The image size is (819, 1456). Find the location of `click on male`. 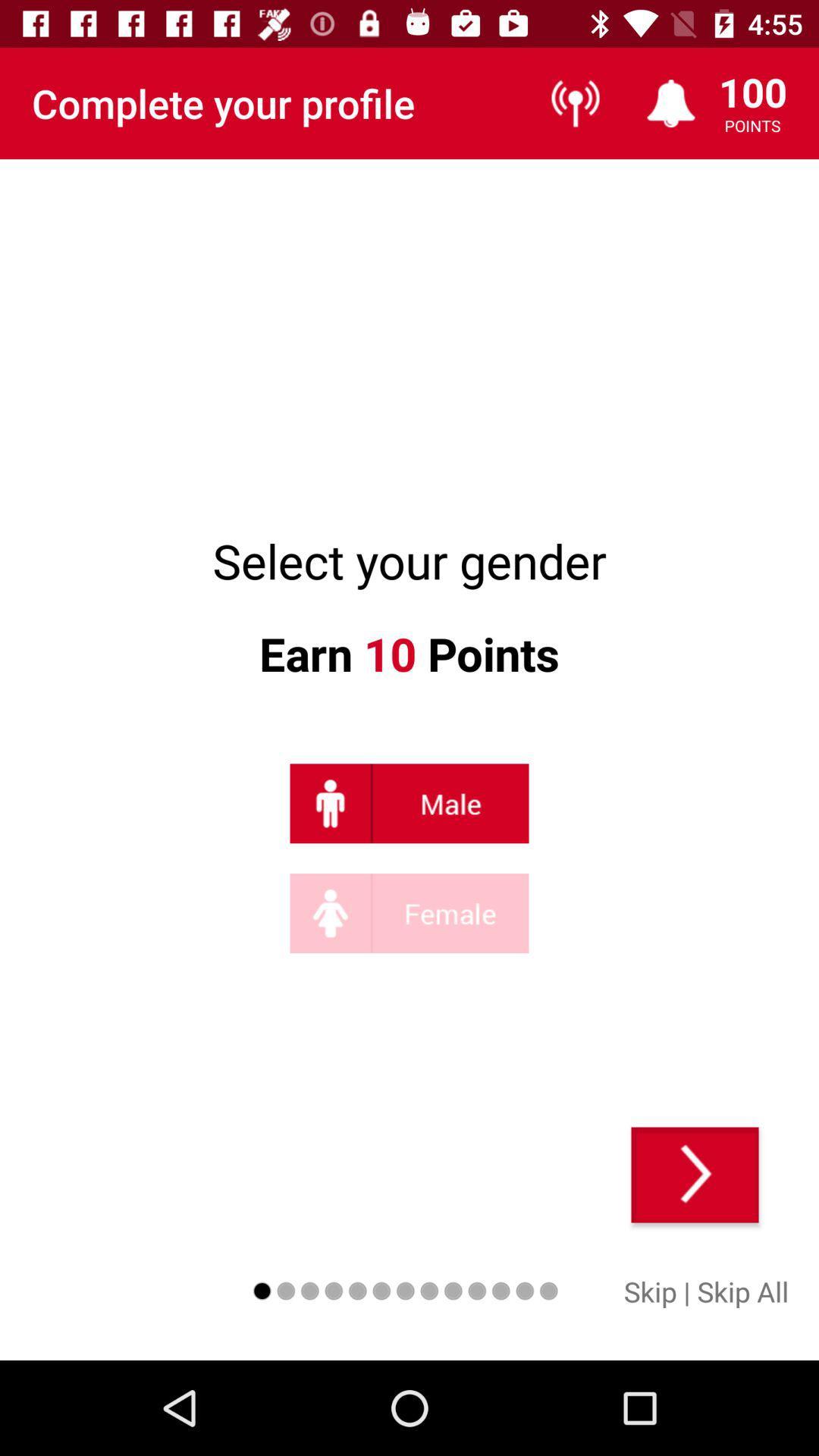

click on male is located at coordinates (409, 802).